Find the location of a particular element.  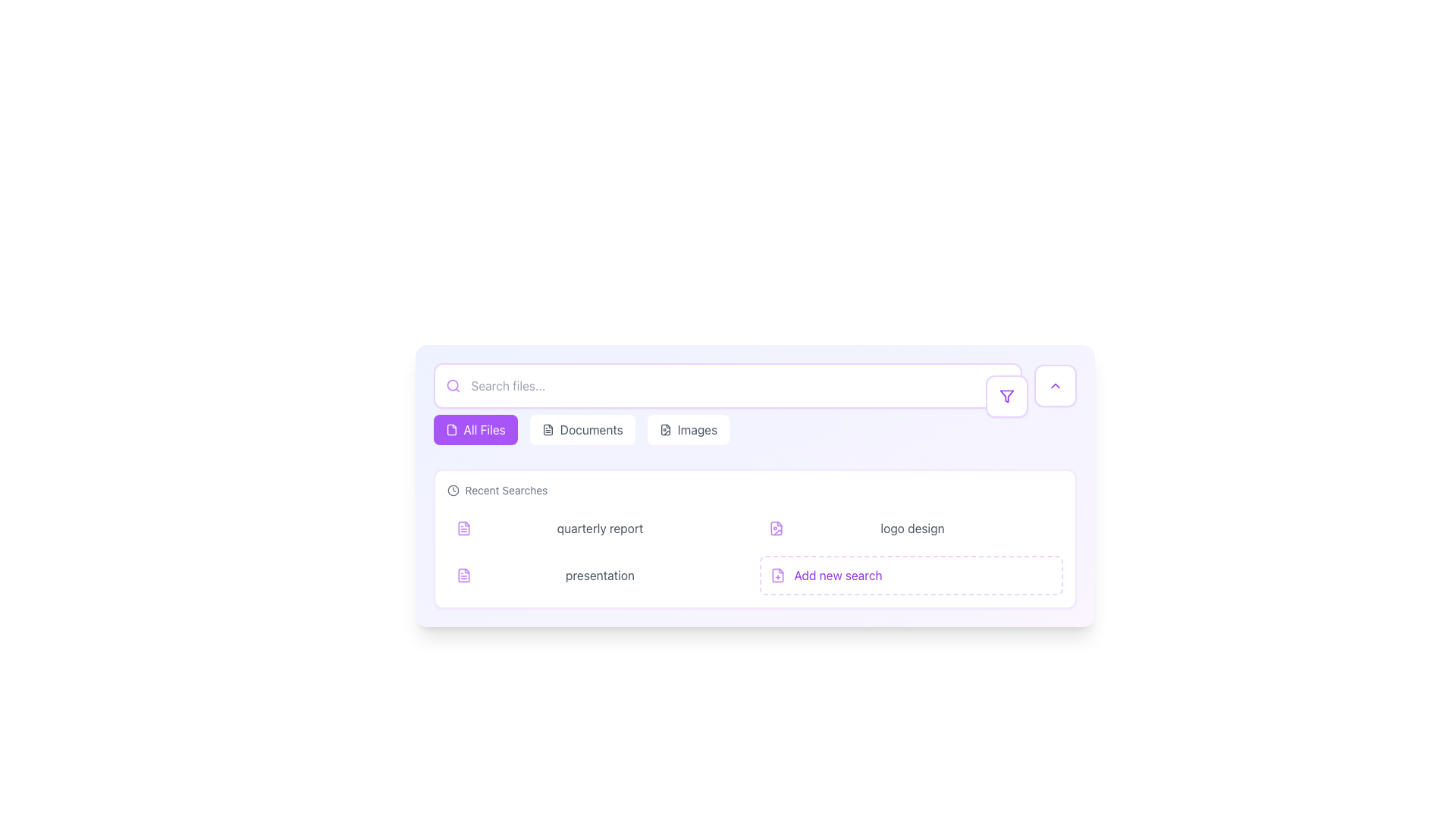

the middle navigation button labeled 'Documents' to filter and display only the document files is located at coordinates (582, 430).